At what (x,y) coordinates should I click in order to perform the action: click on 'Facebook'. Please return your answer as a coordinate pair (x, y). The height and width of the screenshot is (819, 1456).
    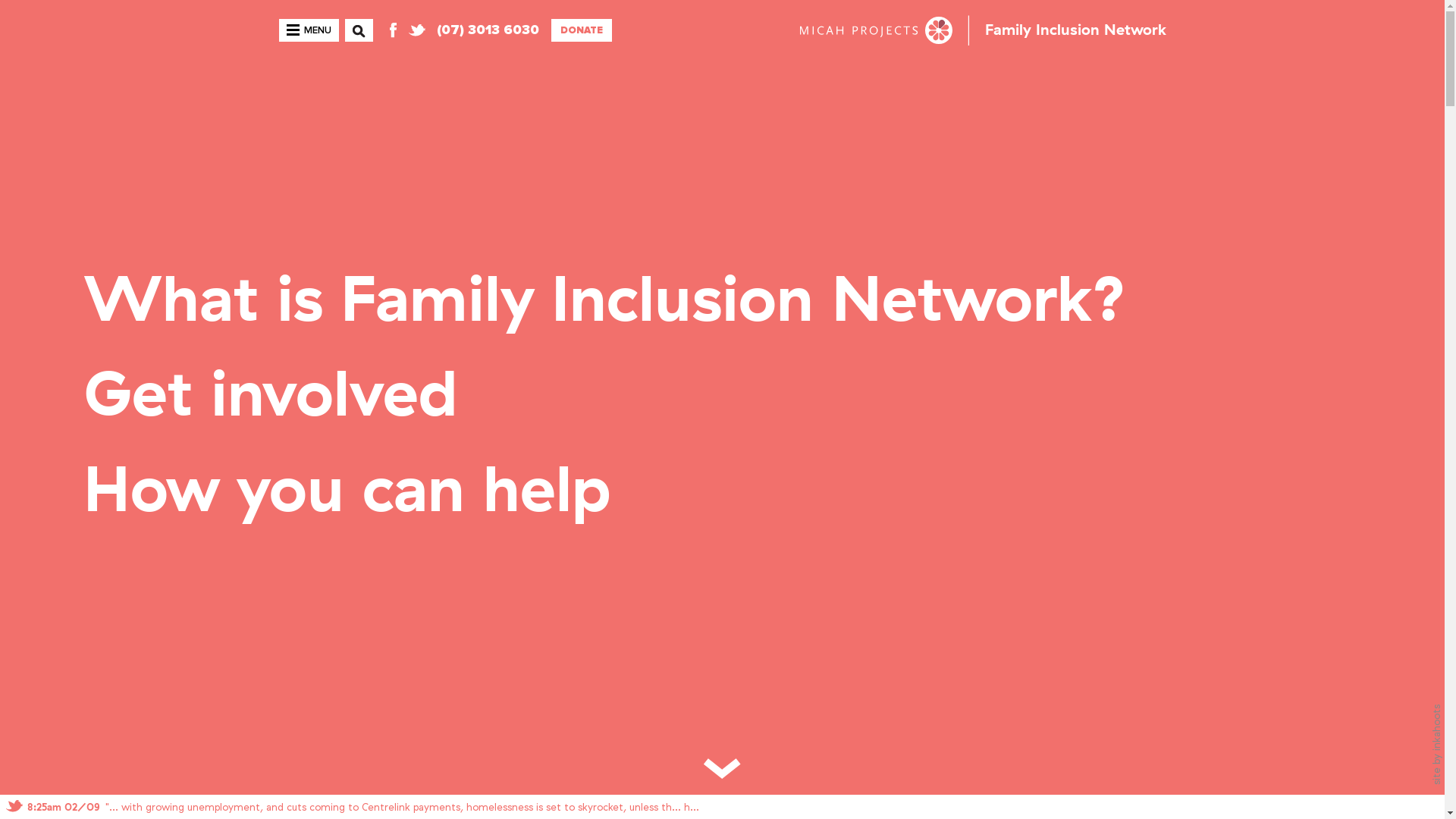
    Looking at the image, I should click on (383, 30).